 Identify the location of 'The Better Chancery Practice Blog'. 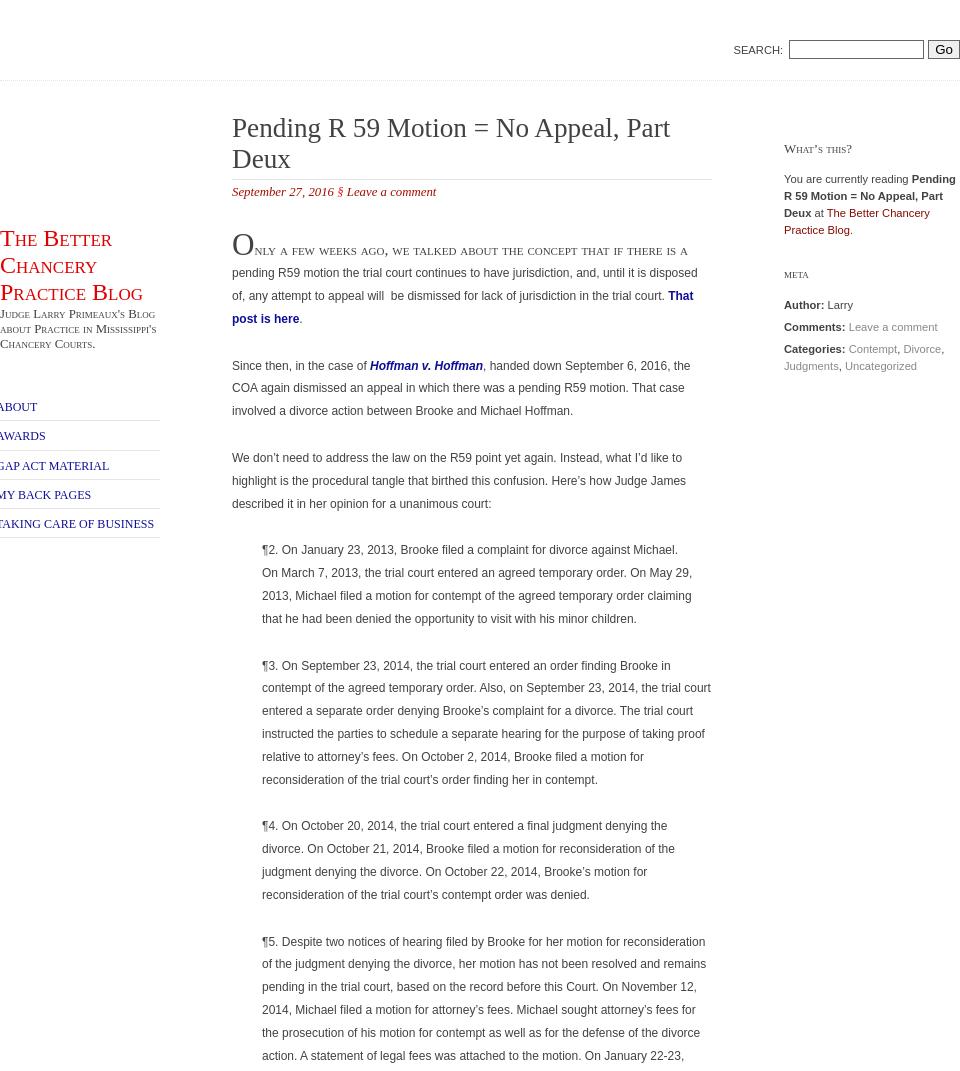
(71, 264).